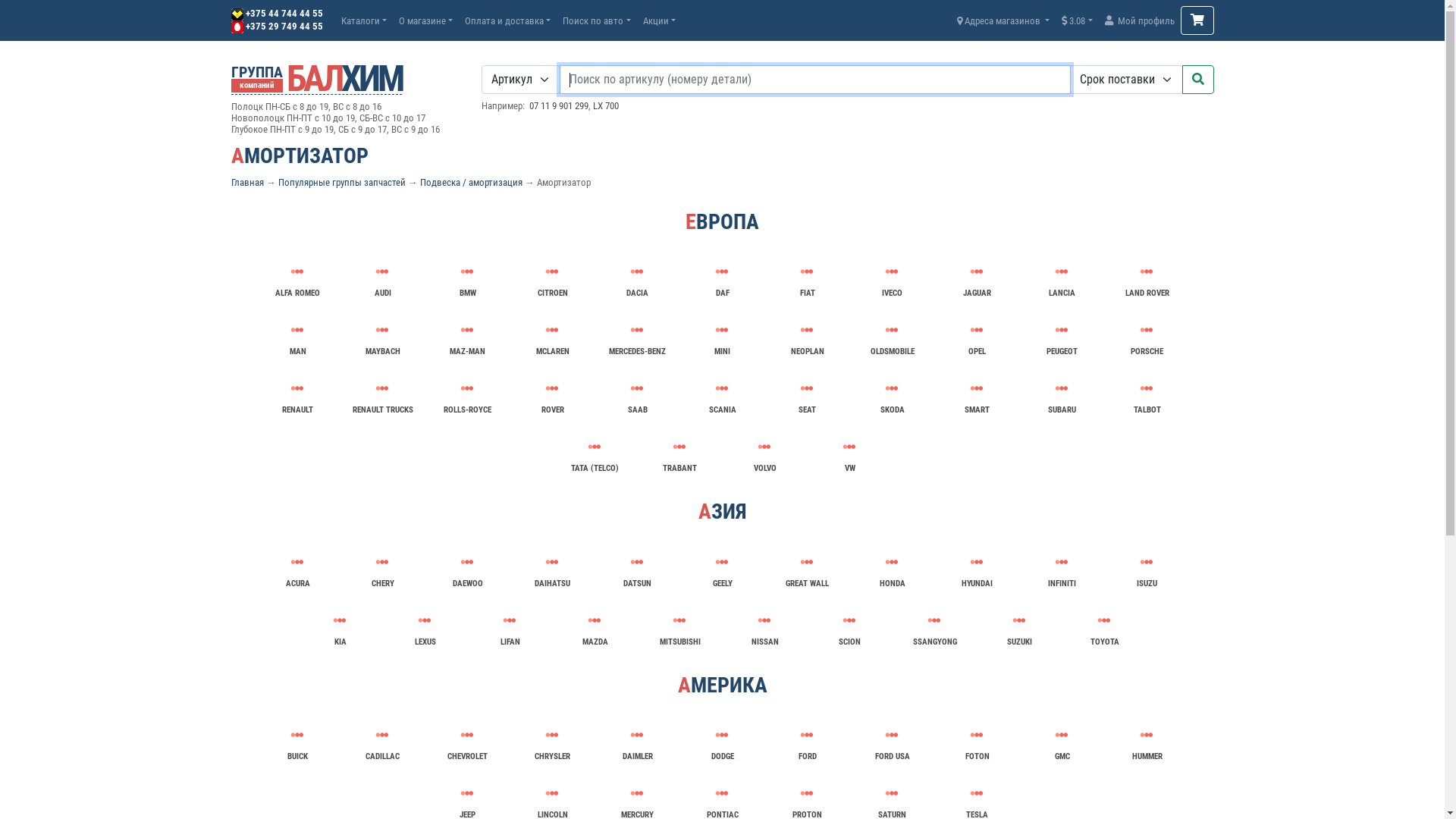 This screenshot has height=819, width=1456. What do you see at coordinates (976, 388) in the screenshot?
I see `'SMART'` at bounding box center [976, 388].